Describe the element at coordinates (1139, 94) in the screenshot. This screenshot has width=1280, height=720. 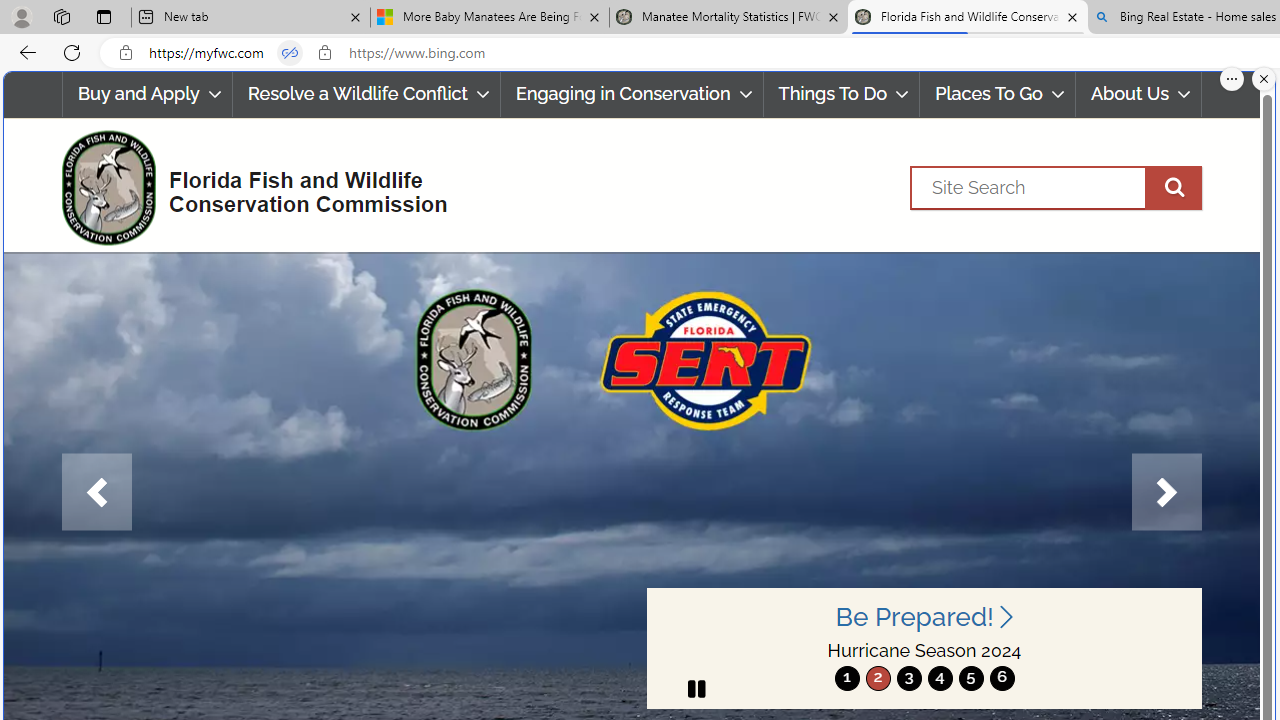
I see `'About Us'` at that location.